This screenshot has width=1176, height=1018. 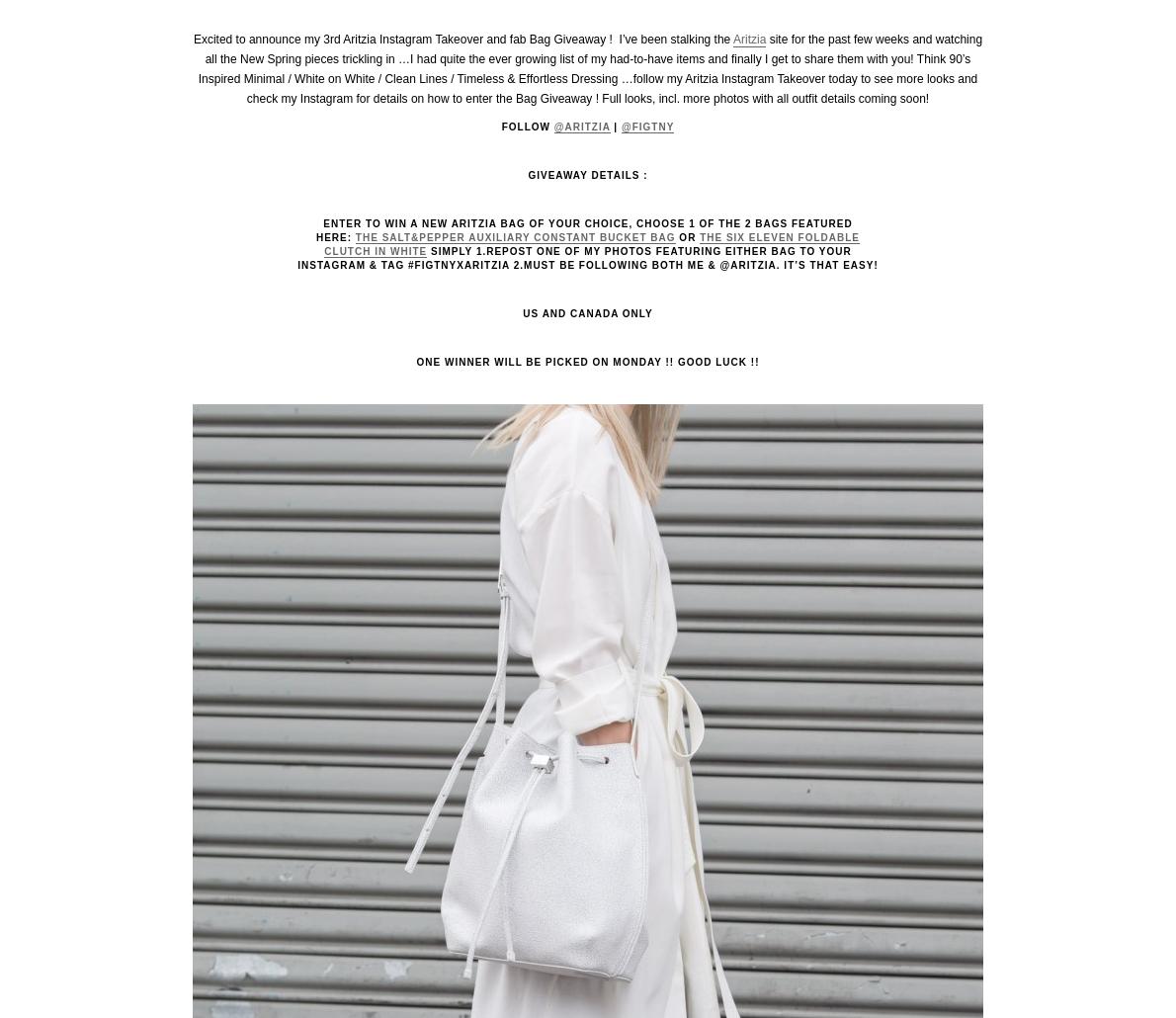 What do you see at coordinates (526, 175) in the screenshot?
I see `'GIVEAWAY DETAILS :'` at bounding box center [526, 175].